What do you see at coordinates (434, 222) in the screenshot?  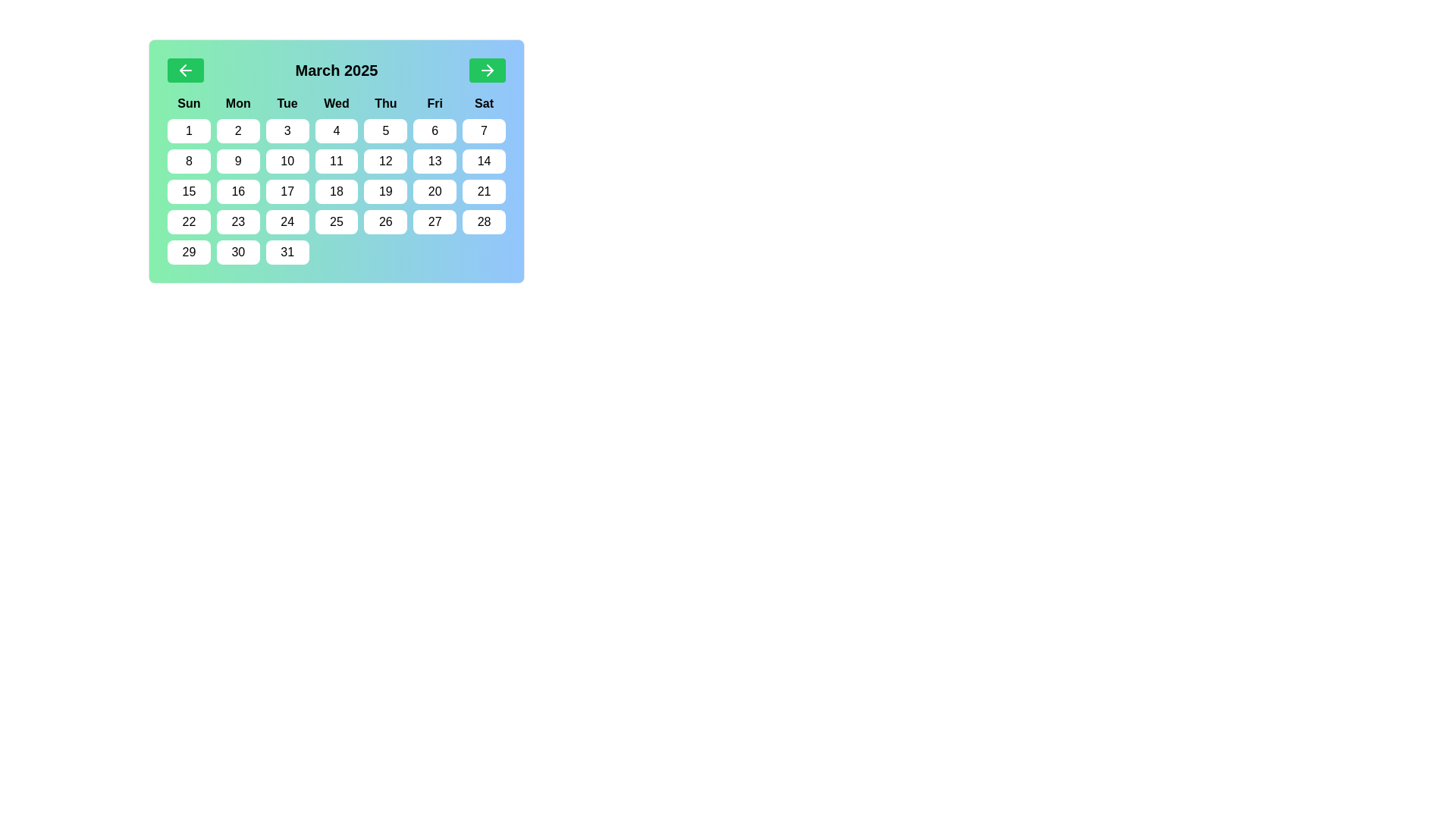 I see `the button representing the date '27' in the calendar under the 'Fri' column` at bounding box center [434, 222].